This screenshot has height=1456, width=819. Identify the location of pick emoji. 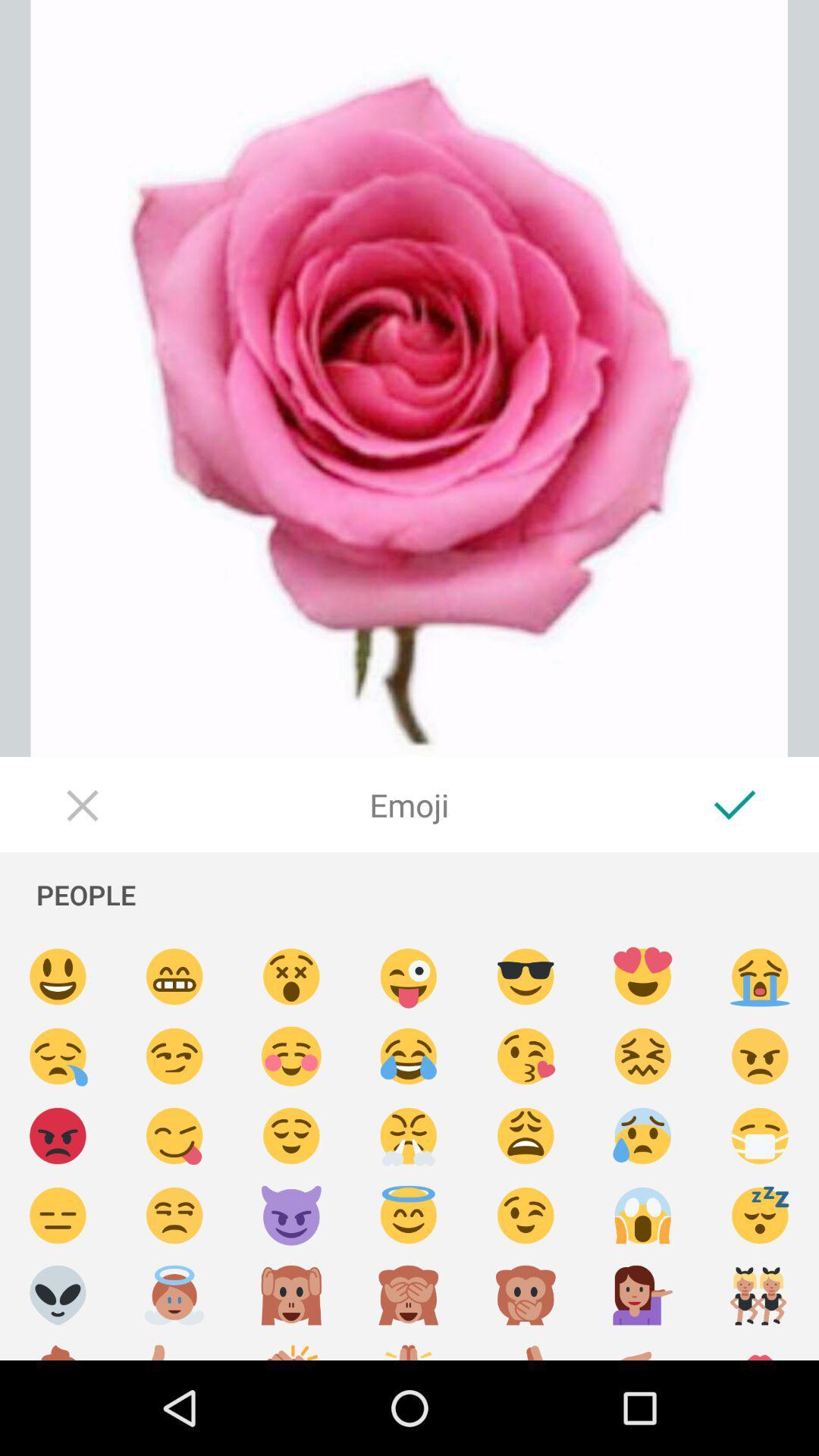
(760, 1294).